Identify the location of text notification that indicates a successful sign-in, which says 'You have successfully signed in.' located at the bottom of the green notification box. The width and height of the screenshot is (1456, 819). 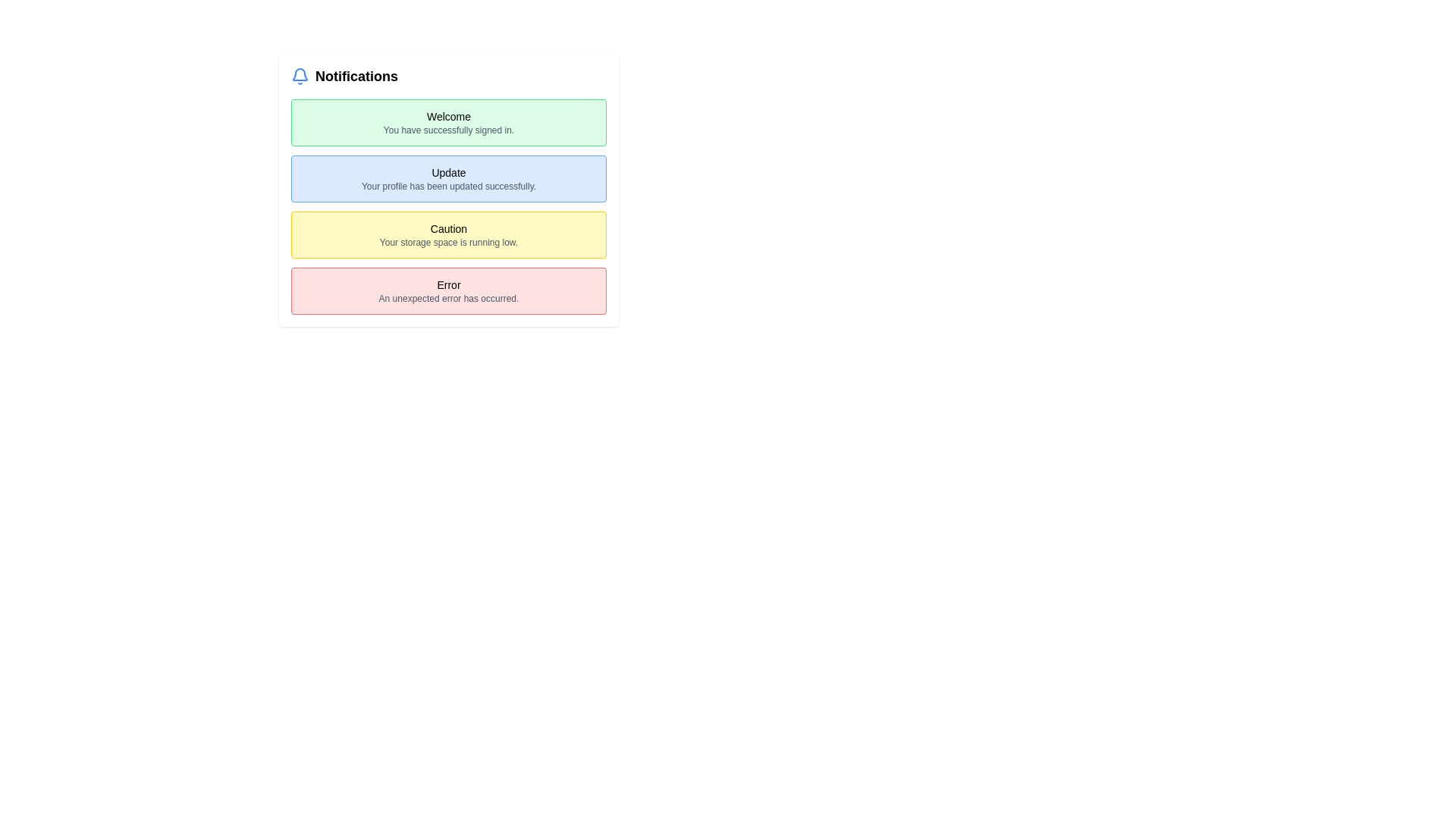
(447, 130).